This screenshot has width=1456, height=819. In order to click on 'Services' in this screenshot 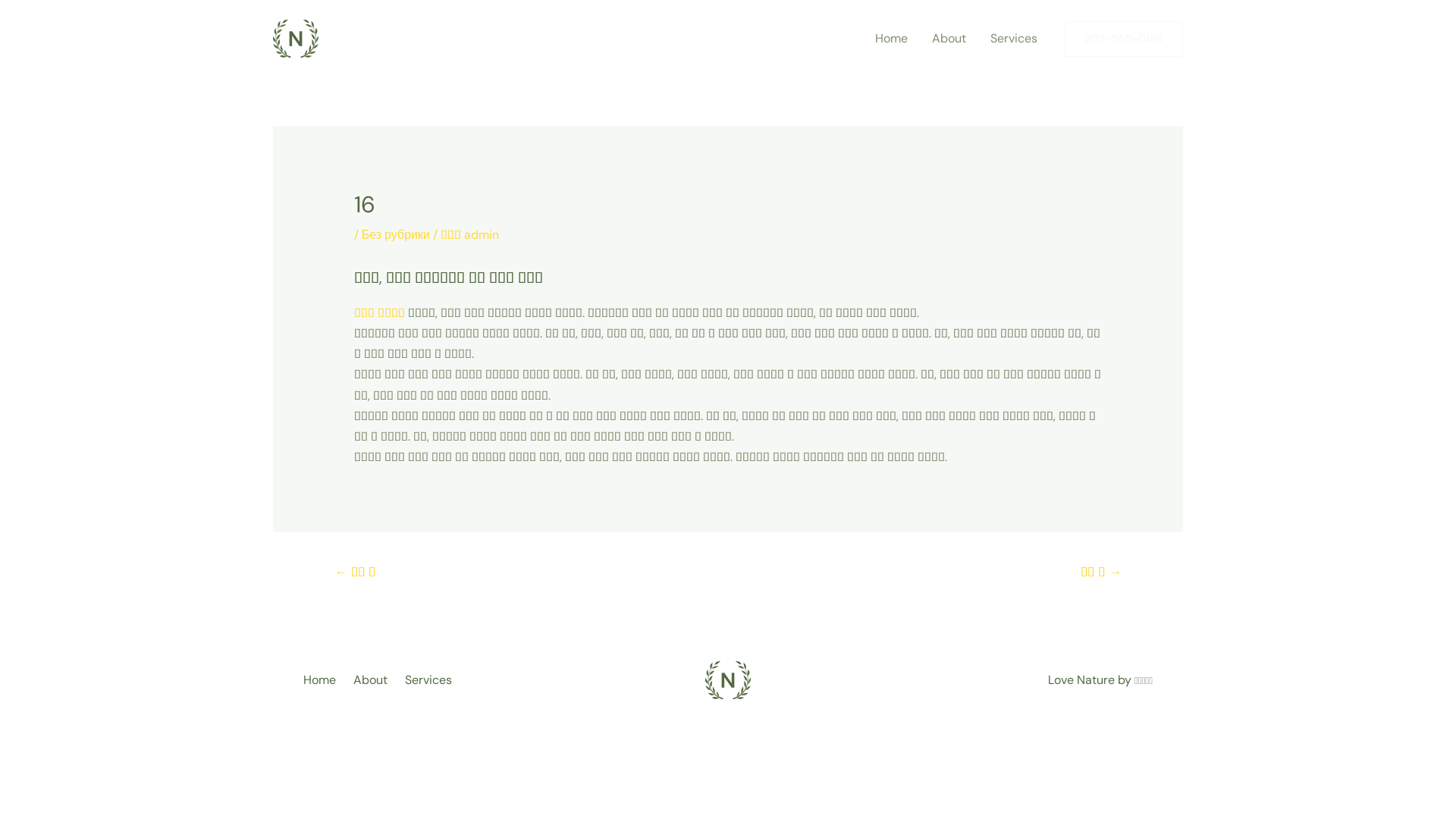, I will do `click(1014, 37)`.